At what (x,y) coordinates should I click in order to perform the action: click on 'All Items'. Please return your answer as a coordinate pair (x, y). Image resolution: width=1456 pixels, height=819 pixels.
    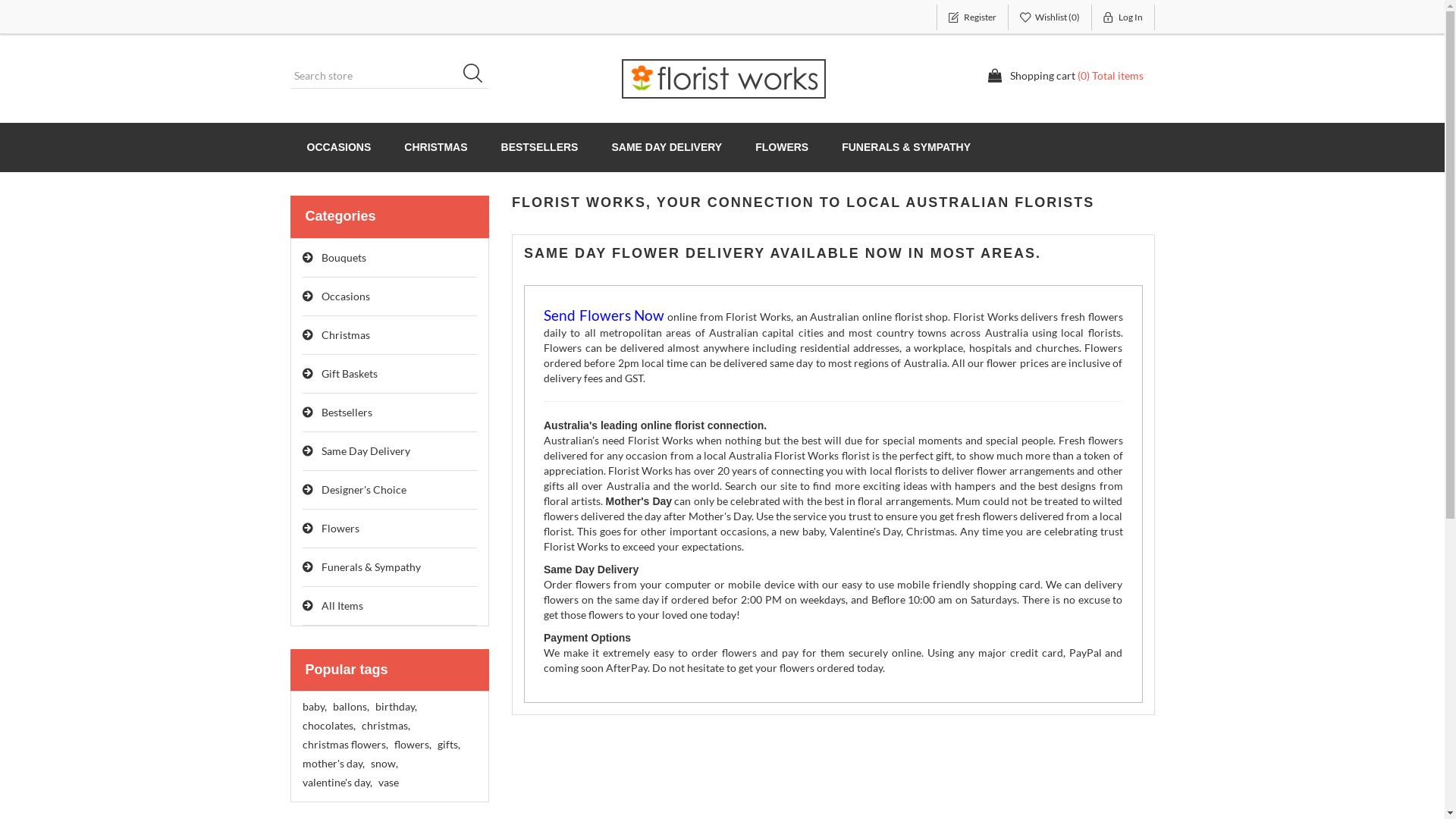
    Looking at the image, I should click on (389, 605).